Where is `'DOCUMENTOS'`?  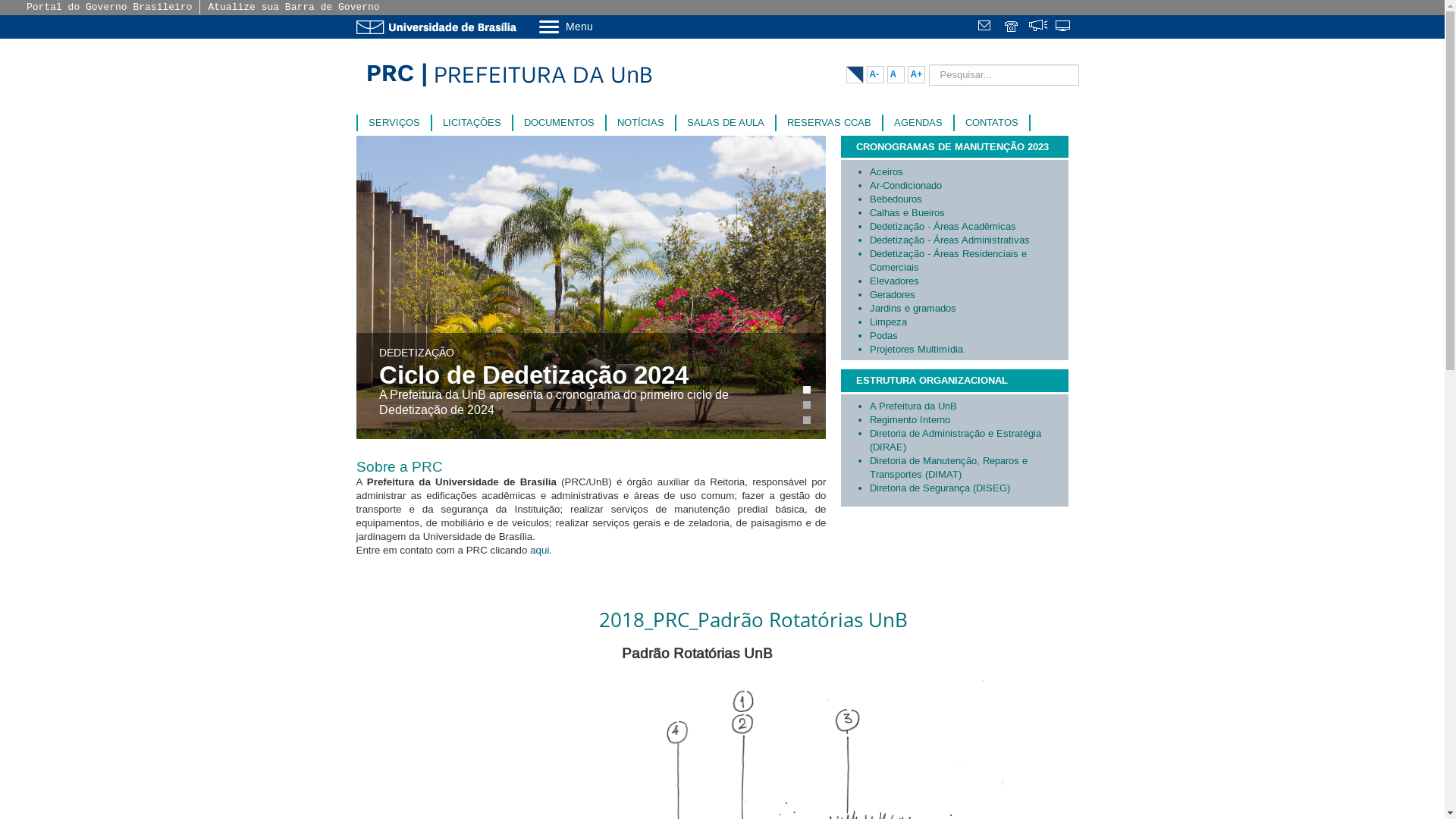 'DOCUMENTOS' is located at coordinates (557, 122).